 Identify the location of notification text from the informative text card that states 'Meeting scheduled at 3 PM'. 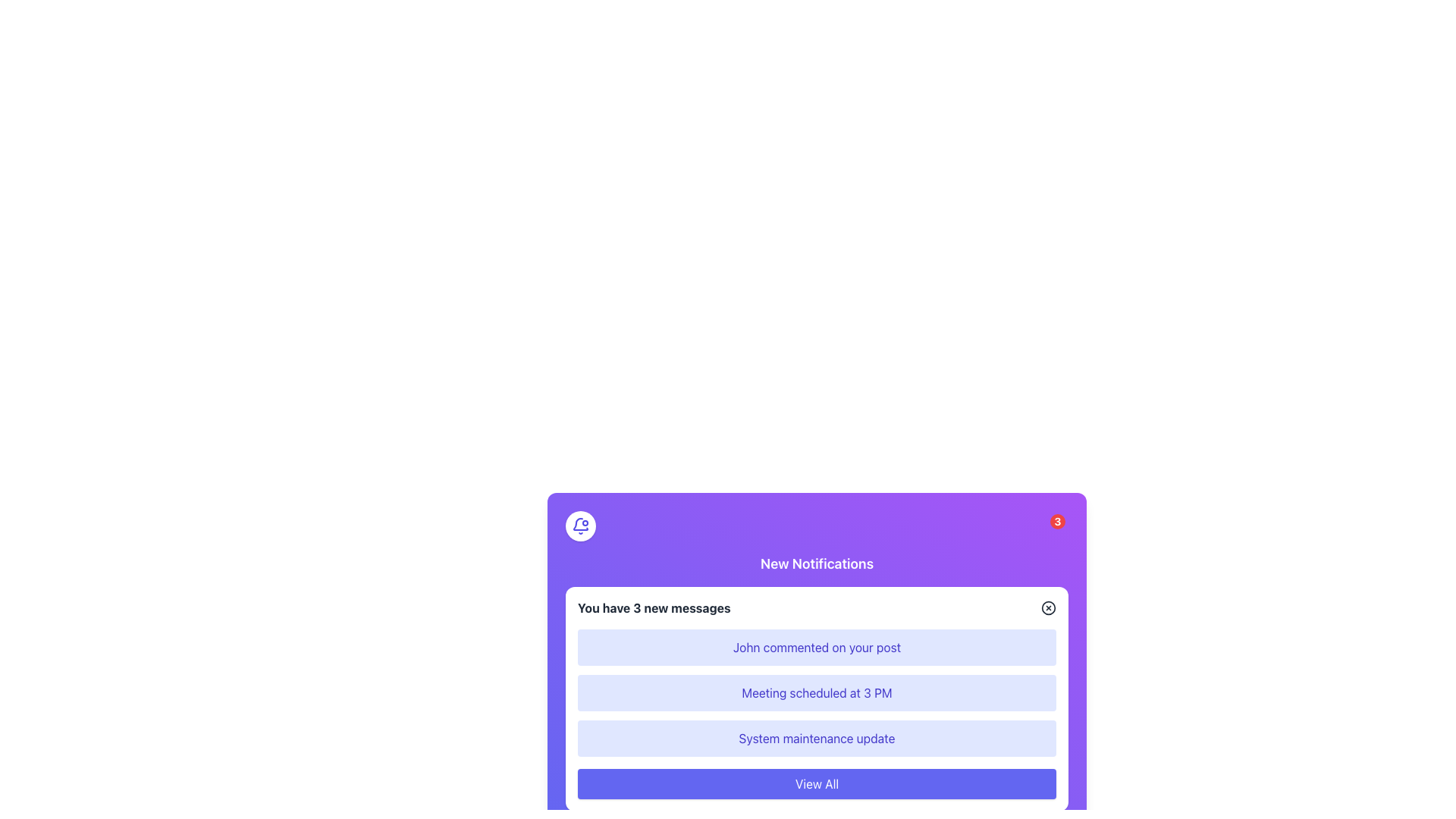
(816, 693).